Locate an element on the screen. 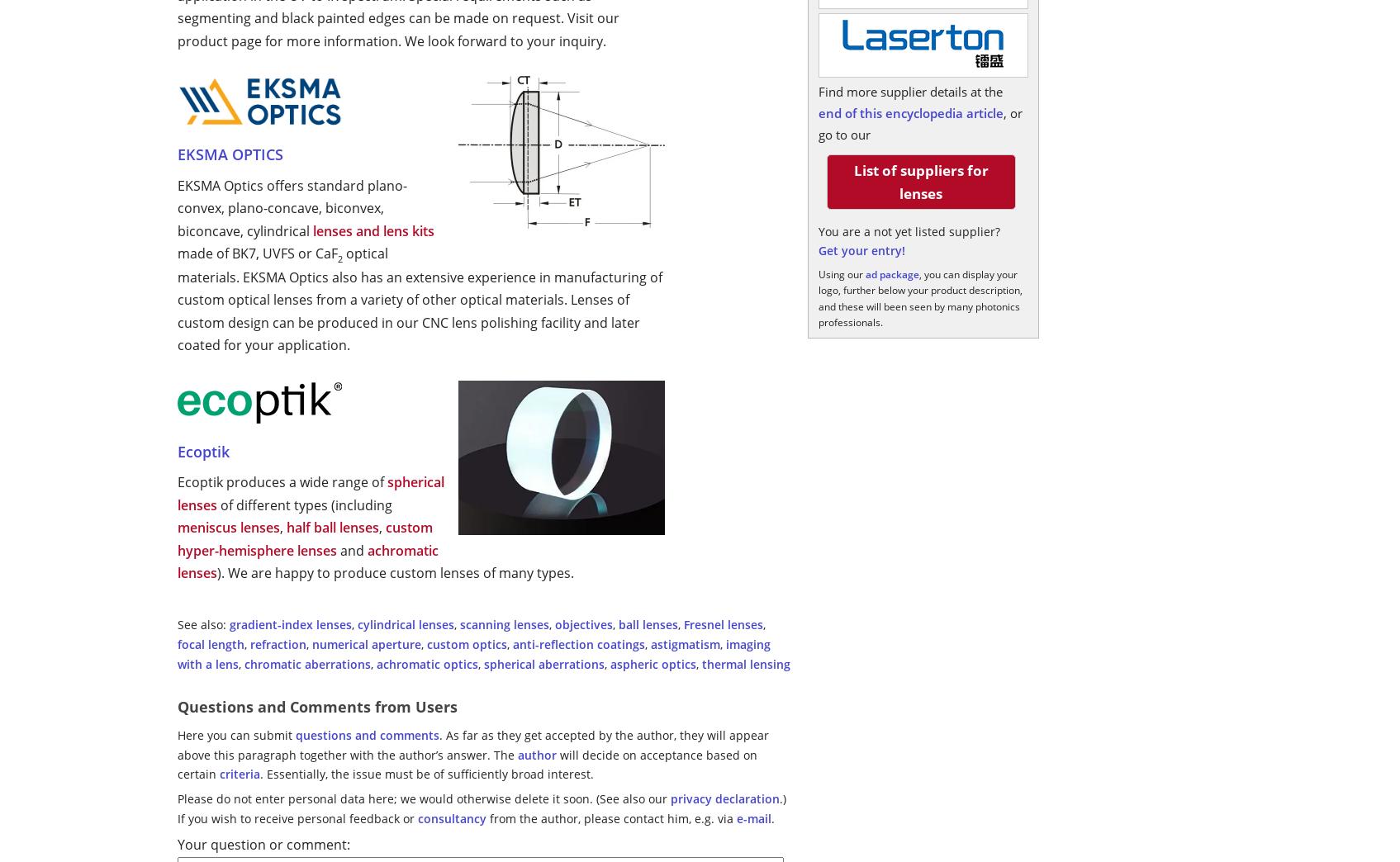 The height and width of the screenshot is (862, 1400). 'of different types (including' is located at coordinates (217, 504).